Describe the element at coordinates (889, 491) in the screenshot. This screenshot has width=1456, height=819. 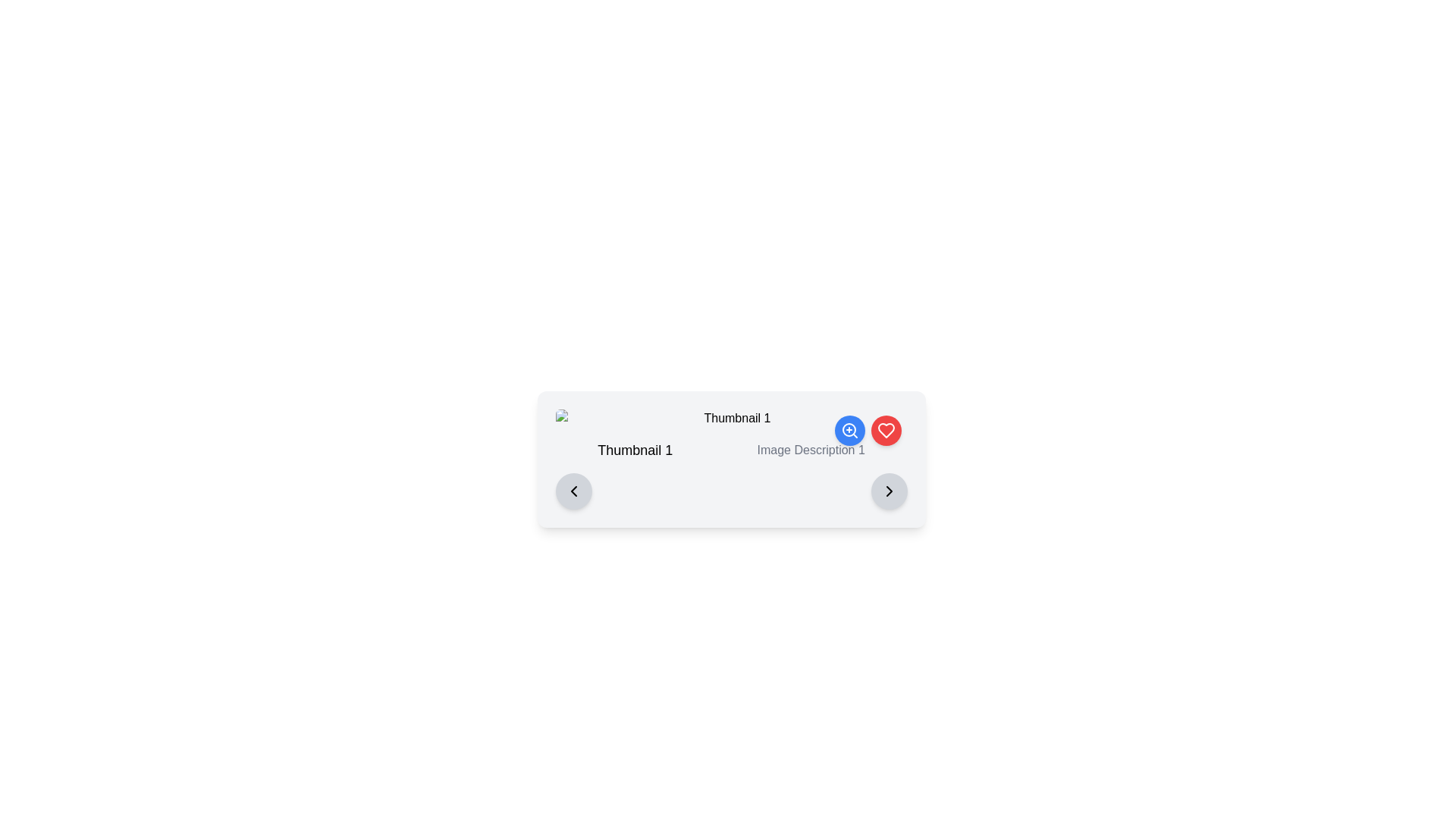
I see `the circular button with a light gray background and a black right-facing chevron icon, which is the second button positioned at the far-right of the horizontal layout` at that location.